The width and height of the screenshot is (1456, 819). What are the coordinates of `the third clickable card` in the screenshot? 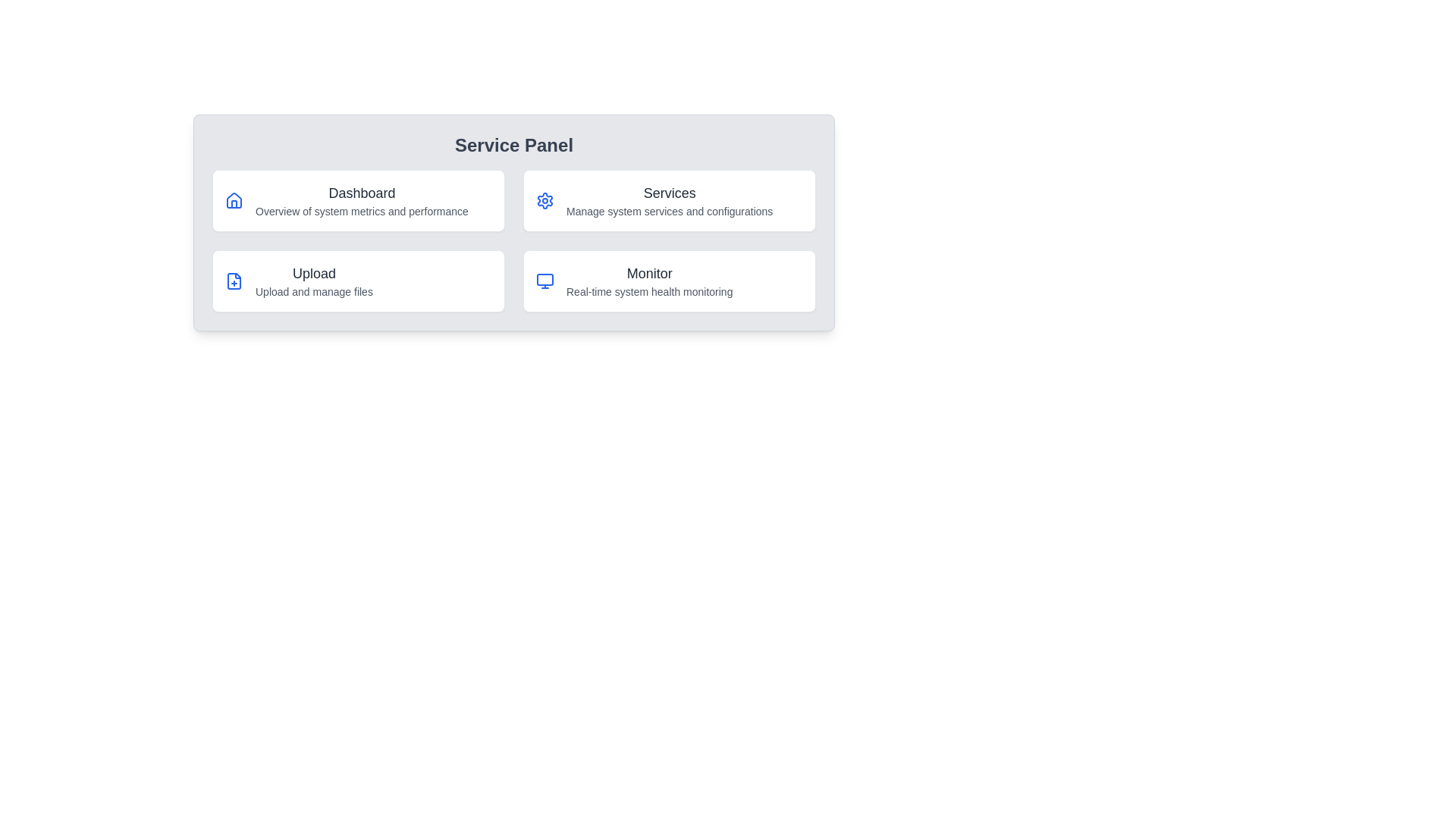 It's located at (358, 281).